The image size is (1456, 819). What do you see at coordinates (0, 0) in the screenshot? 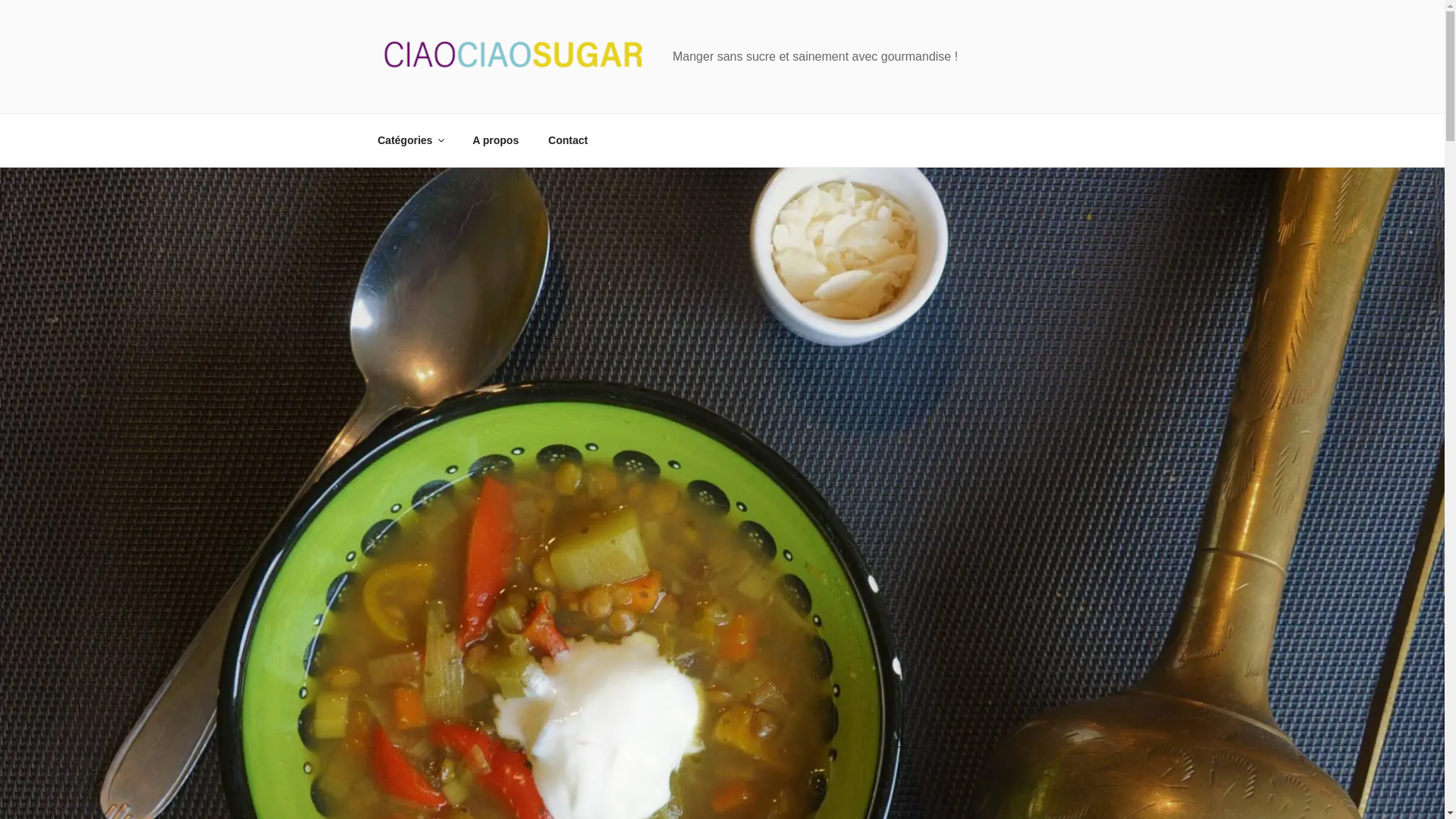
I see `'Aller au contenu principal'` at bounding box center [0, 0].